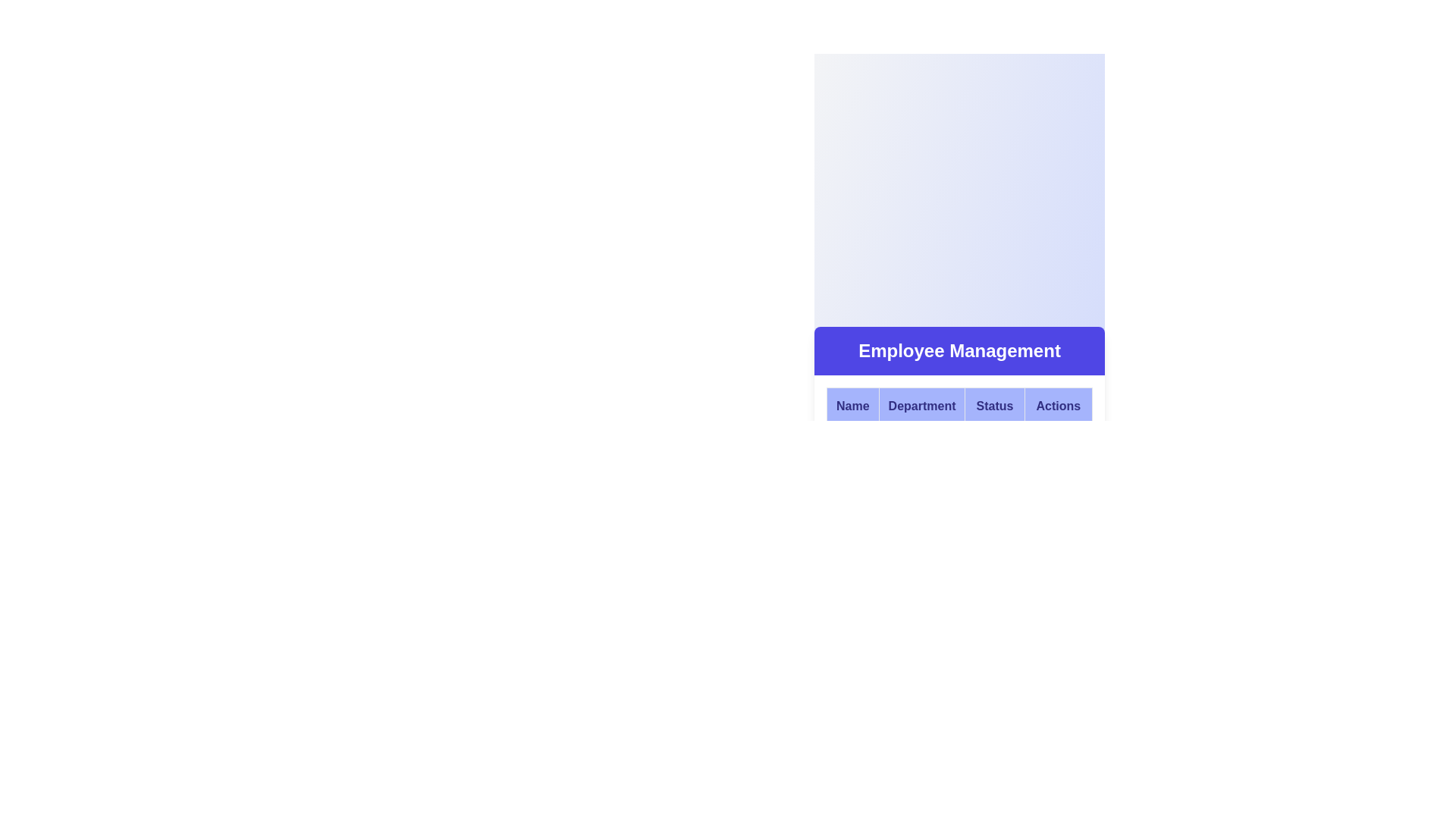  I want to click on the 'Employee Management' text label, which is a bold and extra-large white font on a vivid blue background, located centrally at the top of the interface, so click(959, 350).